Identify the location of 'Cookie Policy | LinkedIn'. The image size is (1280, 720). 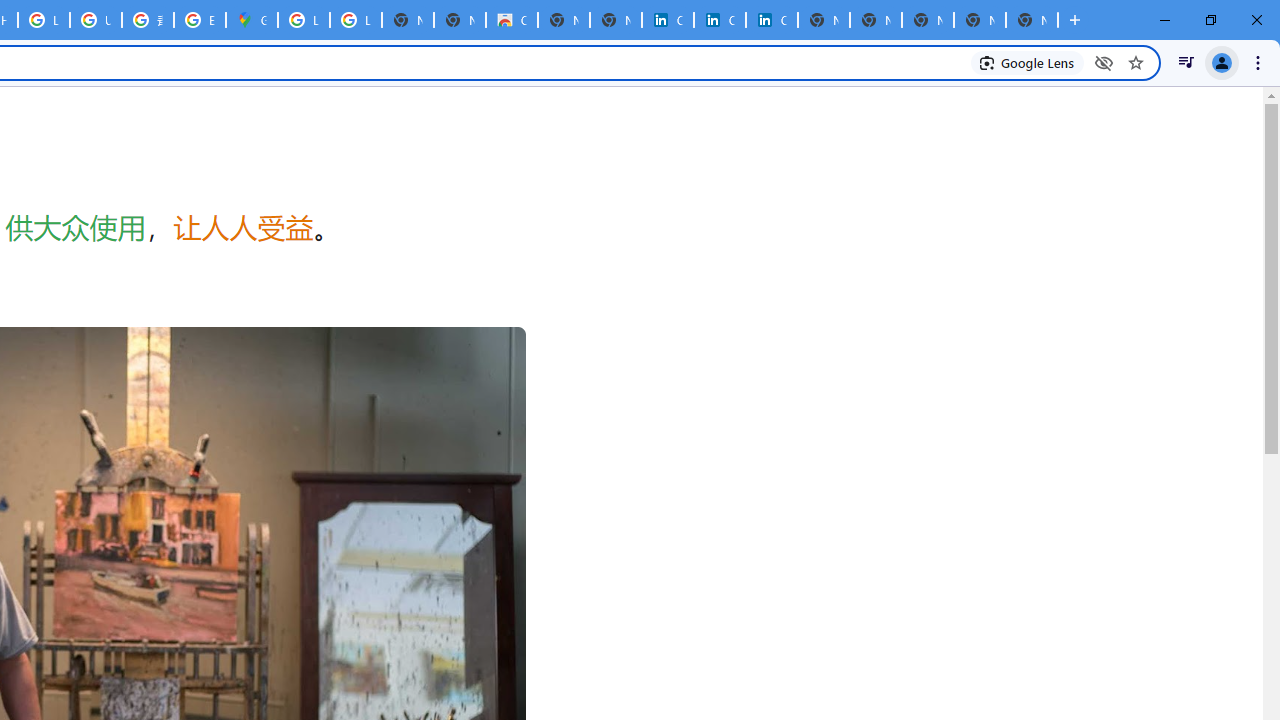
(668, 20).